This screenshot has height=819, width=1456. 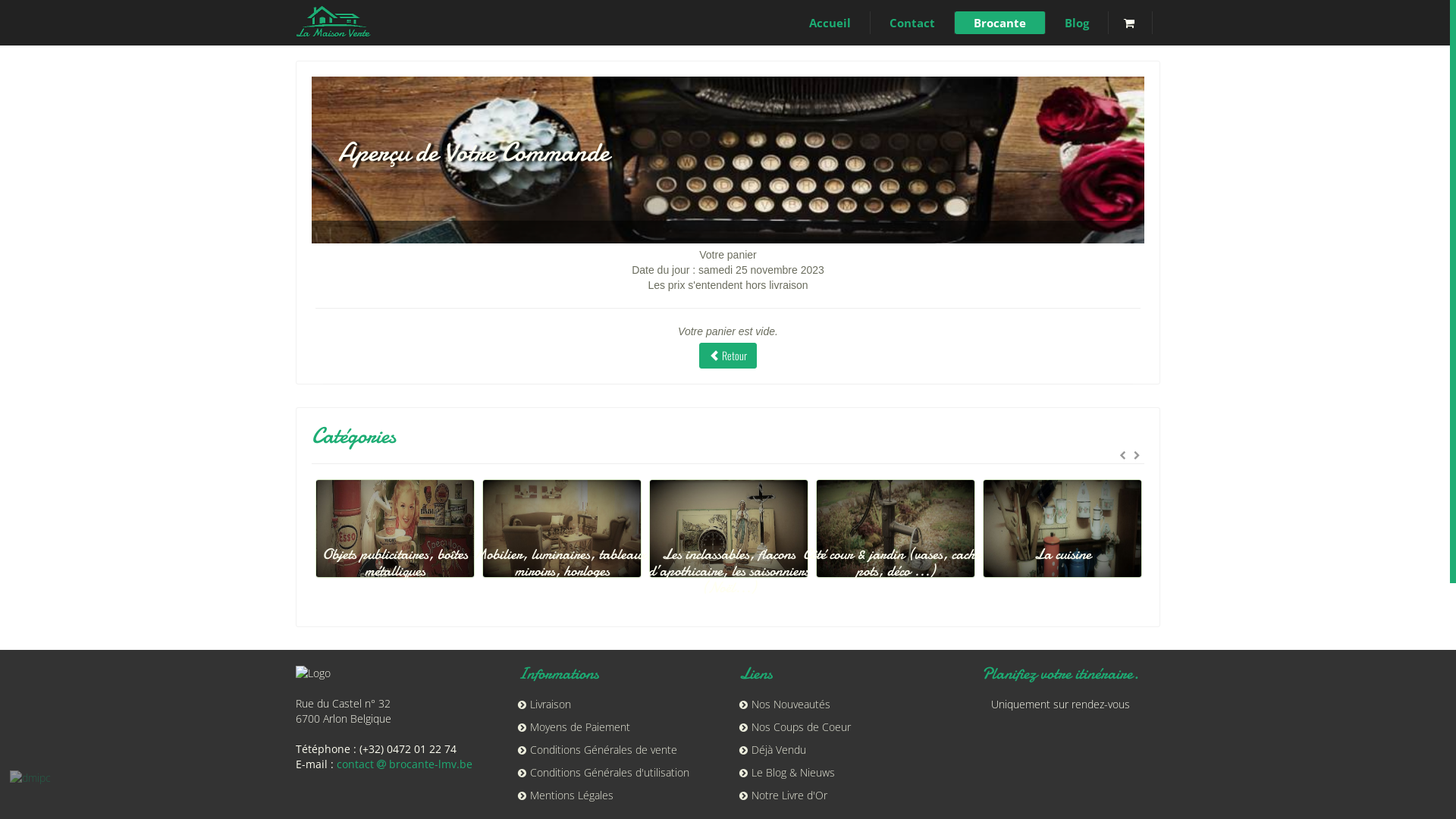 What do you see at coordinates (783, 794) in the screenshot?
I see `'Notre Livre d'Or'` at bounding box center [783, 794].